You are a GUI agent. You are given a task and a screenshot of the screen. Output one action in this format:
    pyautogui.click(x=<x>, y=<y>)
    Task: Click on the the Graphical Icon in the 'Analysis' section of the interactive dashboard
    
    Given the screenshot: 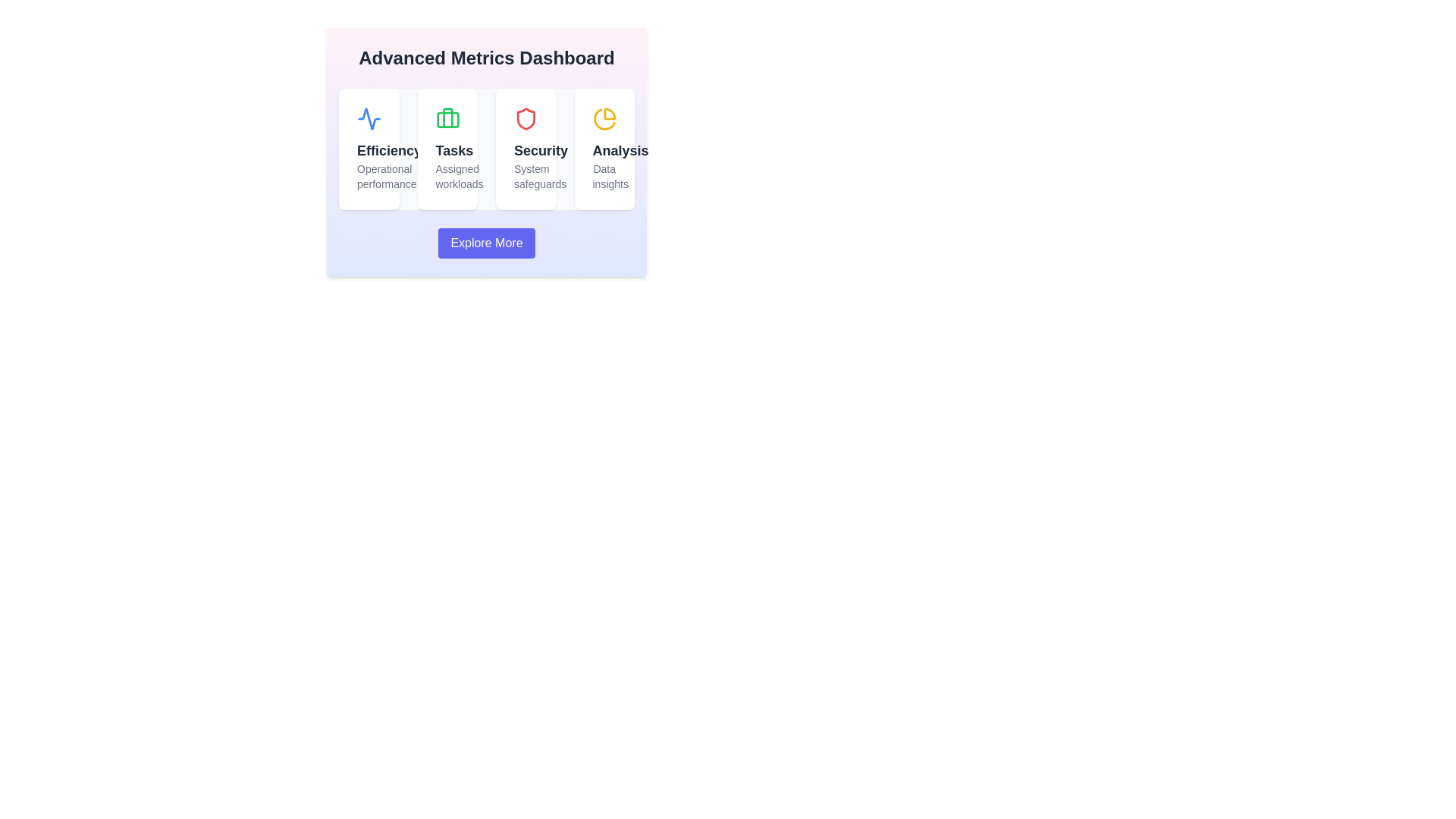 What is the action you would take?
    pyautogui.click(x=610, y=113)
    